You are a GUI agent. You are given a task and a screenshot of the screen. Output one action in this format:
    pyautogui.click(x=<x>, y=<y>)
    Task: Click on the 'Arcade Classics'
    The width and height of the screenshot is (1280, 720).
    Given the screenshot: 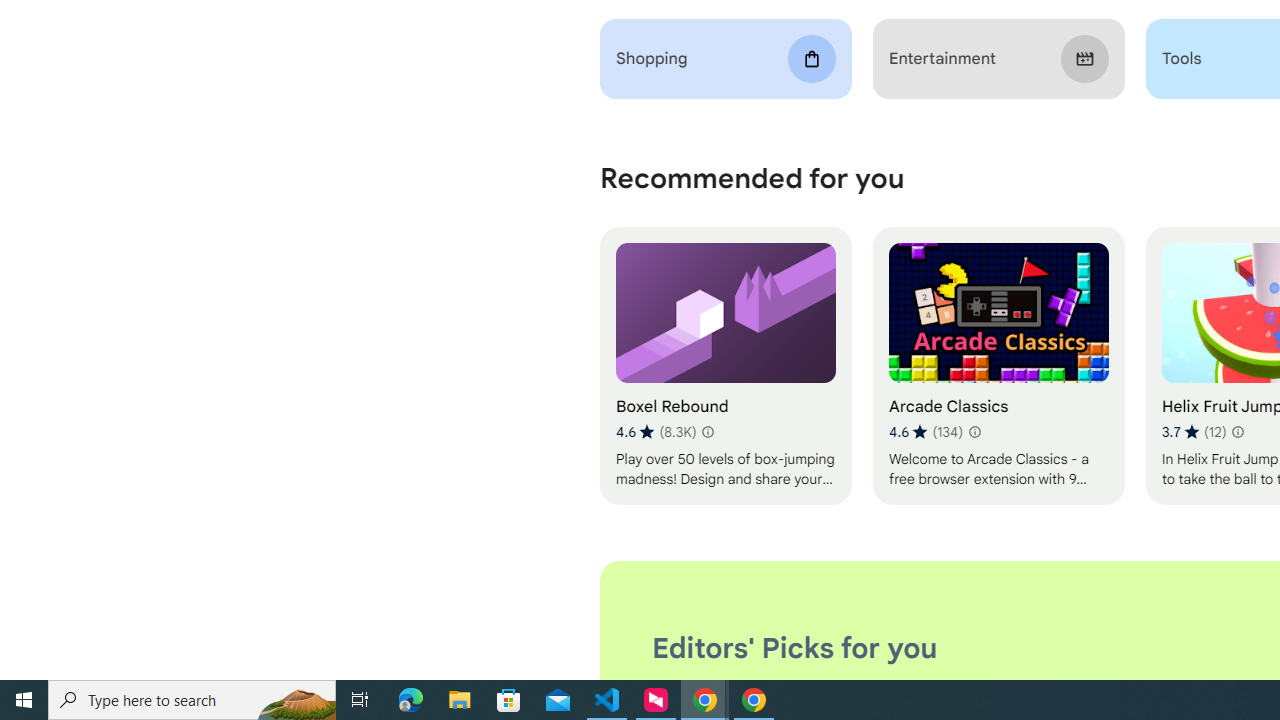 What is the action you would take?
    pyautogui.click(x=998, y=366)
    